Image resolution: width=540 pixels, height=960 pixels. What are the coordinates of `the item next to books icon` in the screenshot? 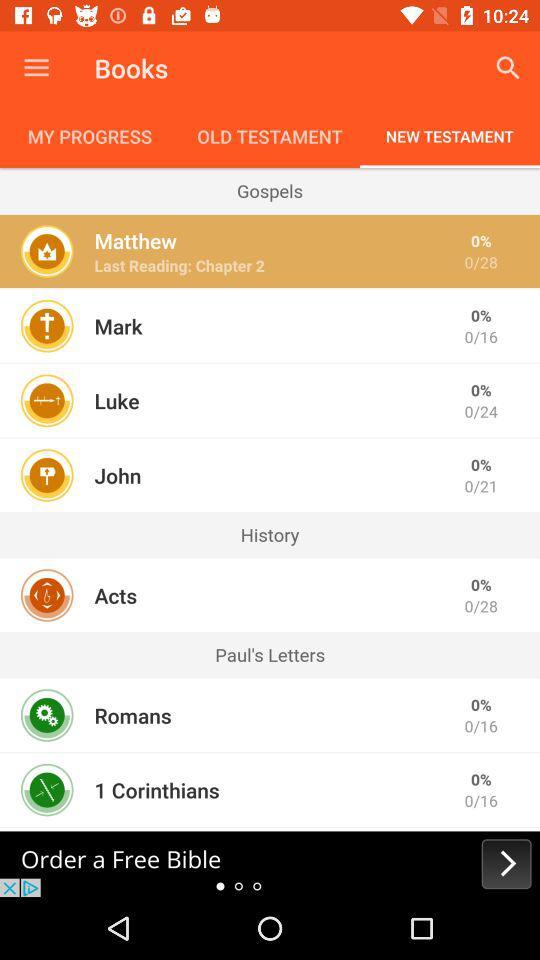 It's located at (36, 68).